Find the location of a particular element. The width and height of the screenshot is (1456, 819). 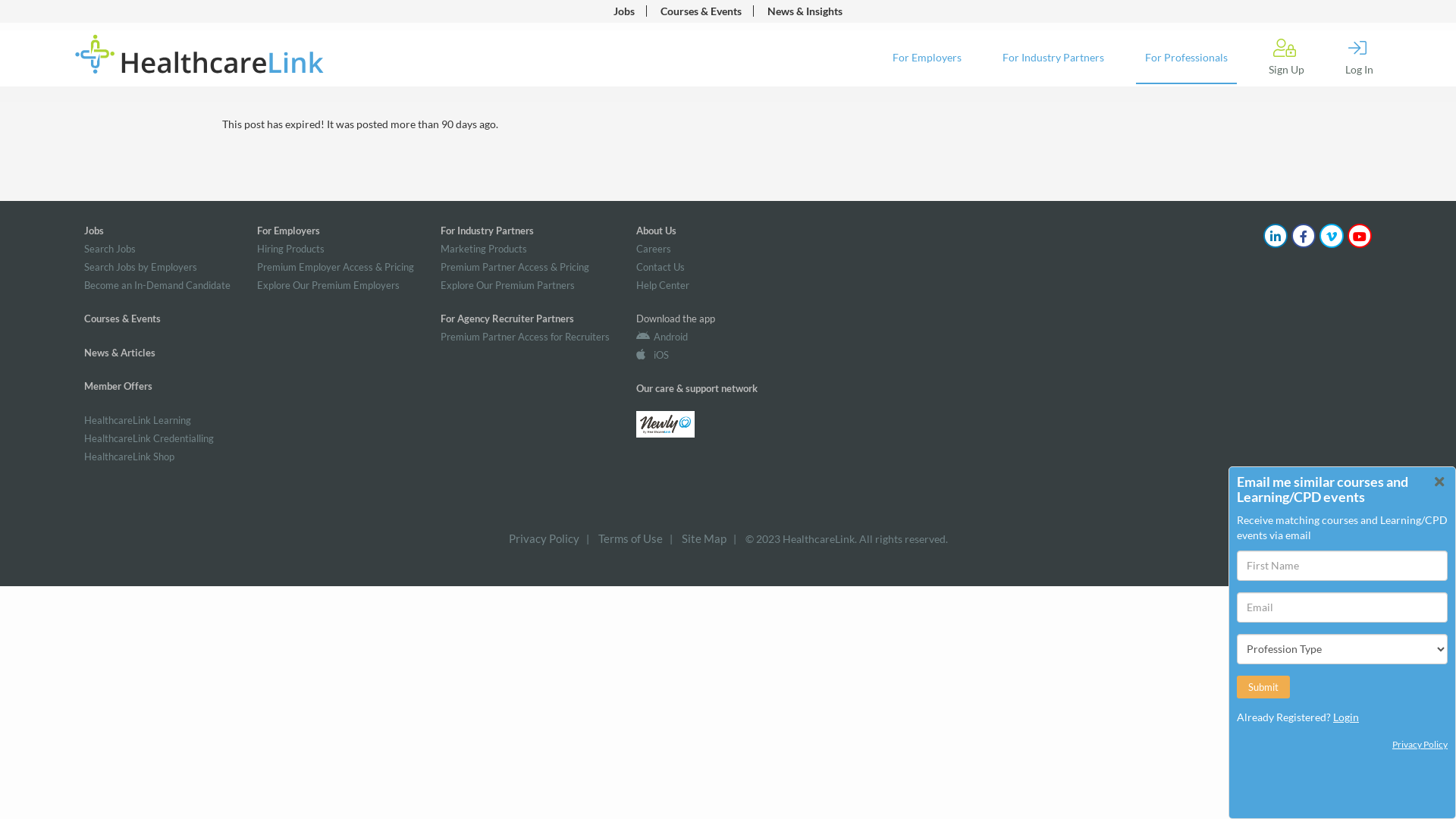

'Search Jobs' is located at coordinates (108, 247).